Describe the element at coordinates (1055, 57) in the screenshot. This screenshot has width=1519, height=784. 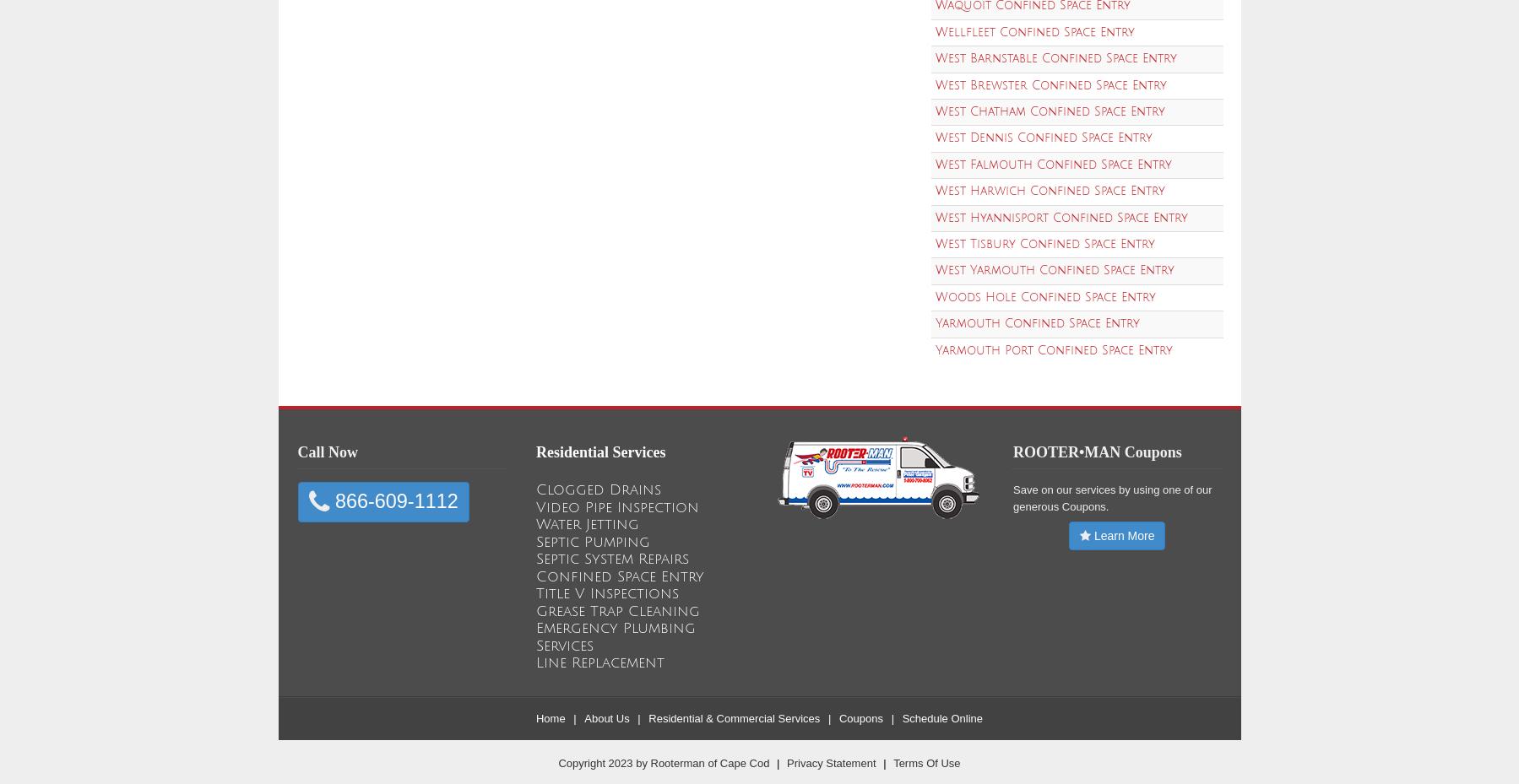
I see `'West Barnstable Confined Space Entry'` at that location.